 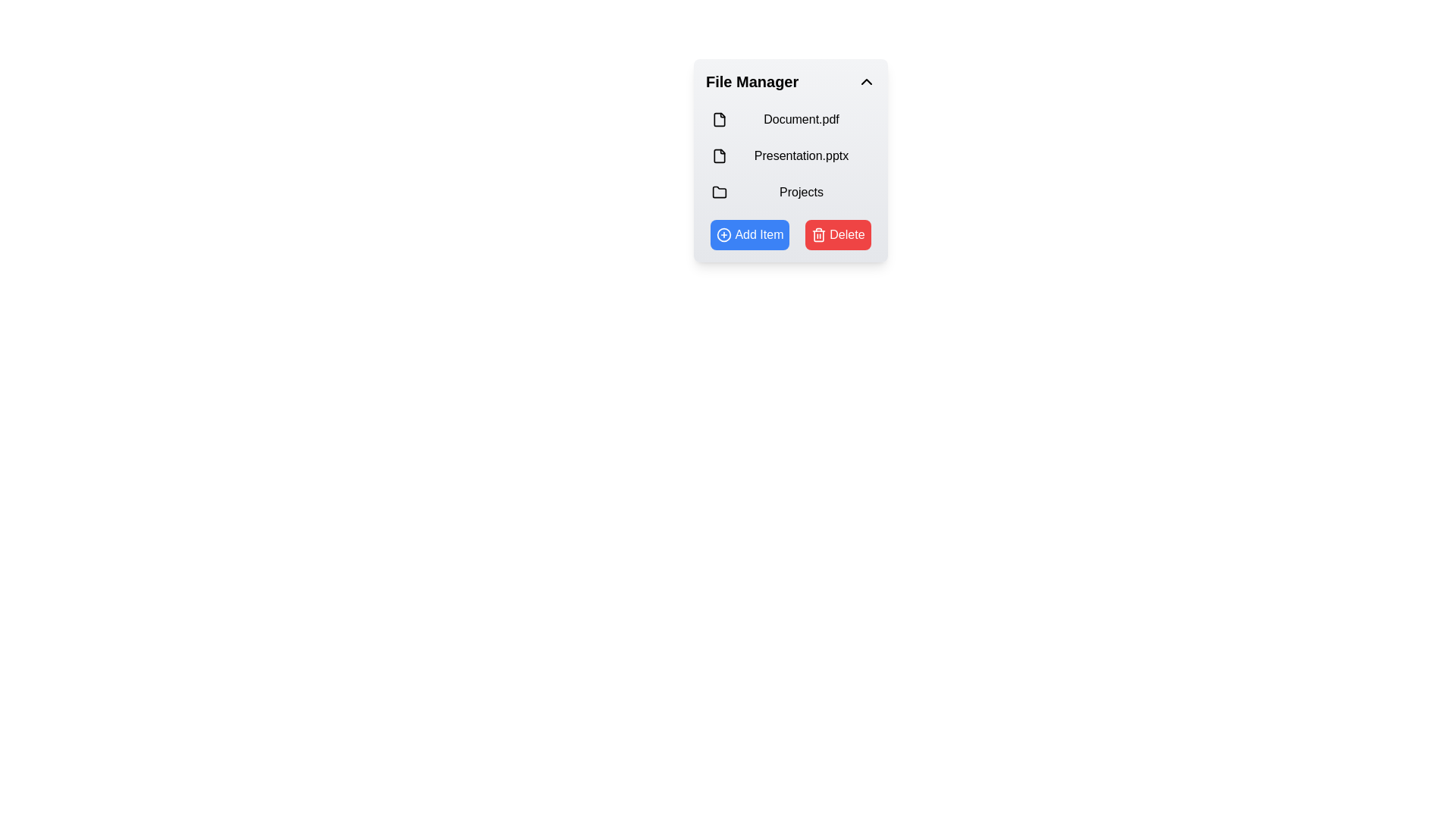 What do you see at coordinates (789, 119) in the screenshot?
I see `the List Item displaying 'Document.pdf' in the 'File Manager' section` at bounding box center [789, 119].